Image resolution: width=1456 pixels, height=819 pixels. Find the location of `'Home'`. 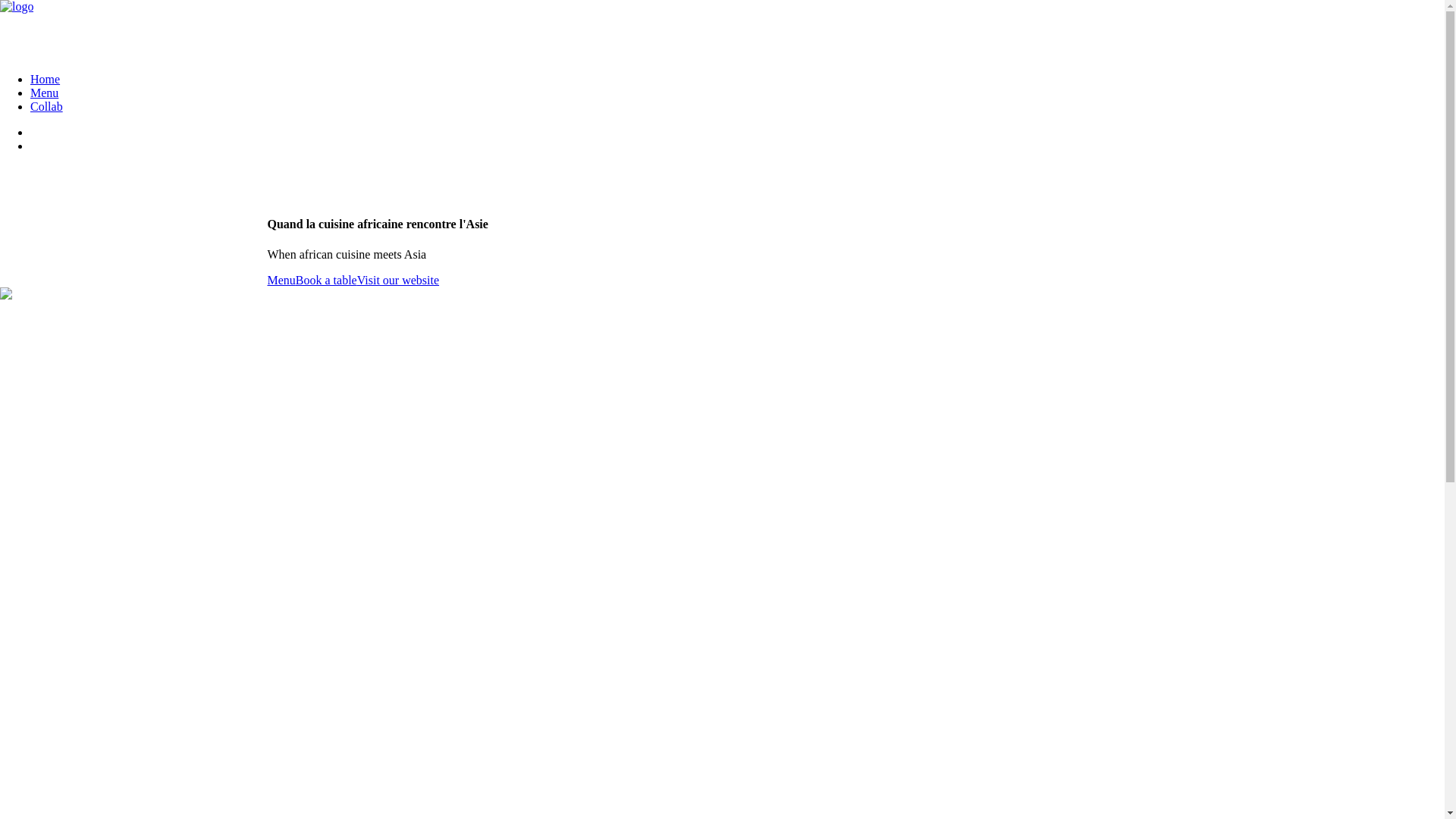

'Home' is located at coordinates (45, 79).